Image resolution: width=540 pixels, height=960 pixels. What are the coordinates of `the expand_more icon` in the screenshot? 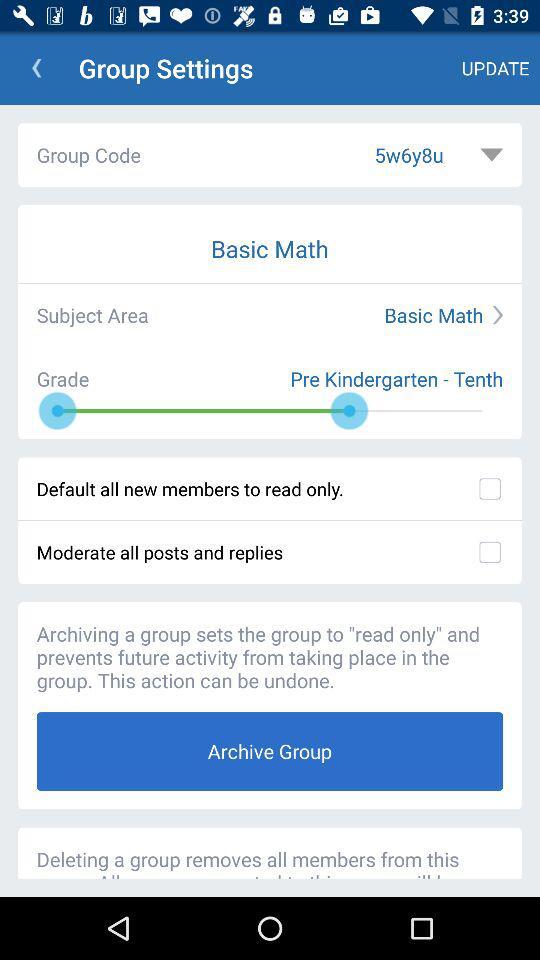 It's located at (490, 154).